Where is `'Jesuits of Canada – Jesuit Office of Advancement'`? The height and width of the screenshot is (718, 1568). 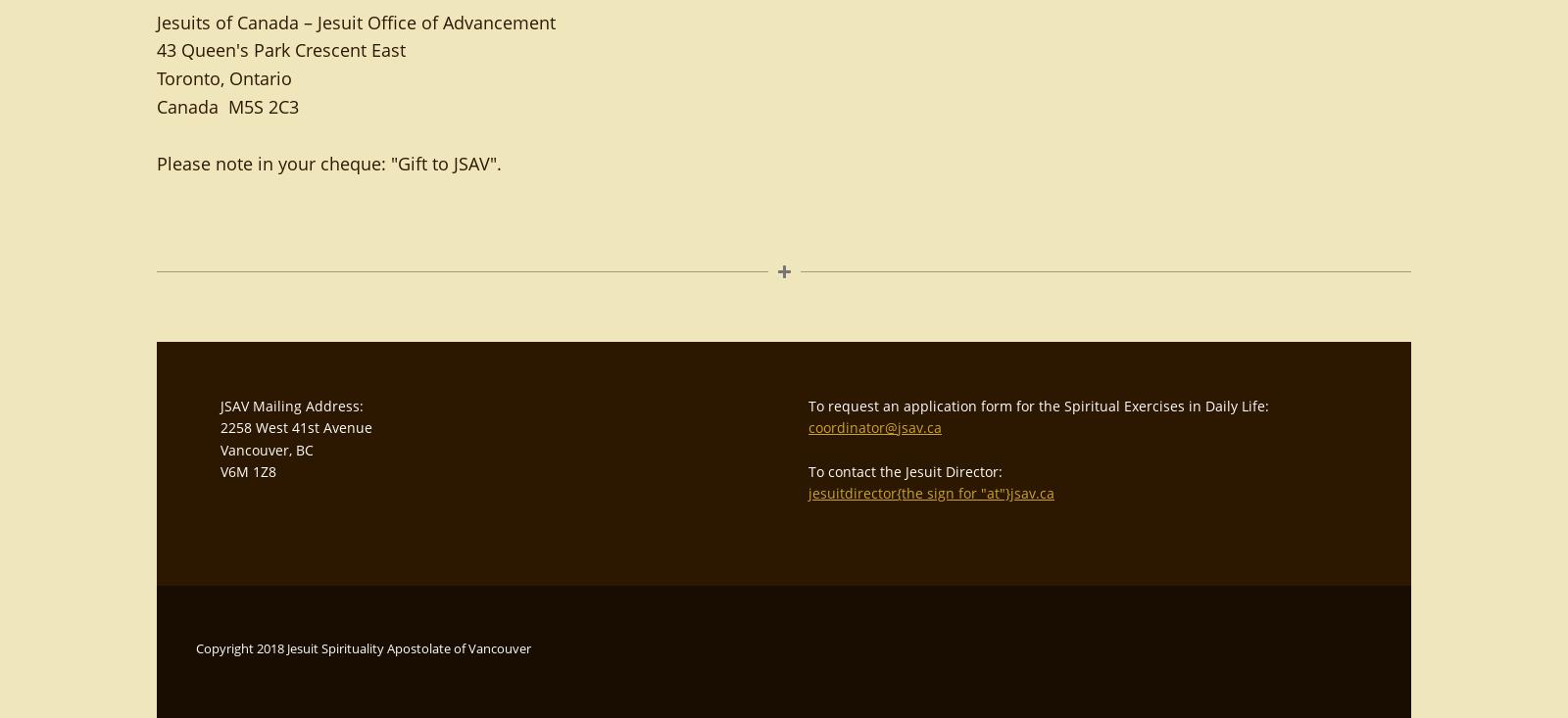 'Jesuits of Canada – Jesuit Office of Advancement' is located at coordinates (356, 20).